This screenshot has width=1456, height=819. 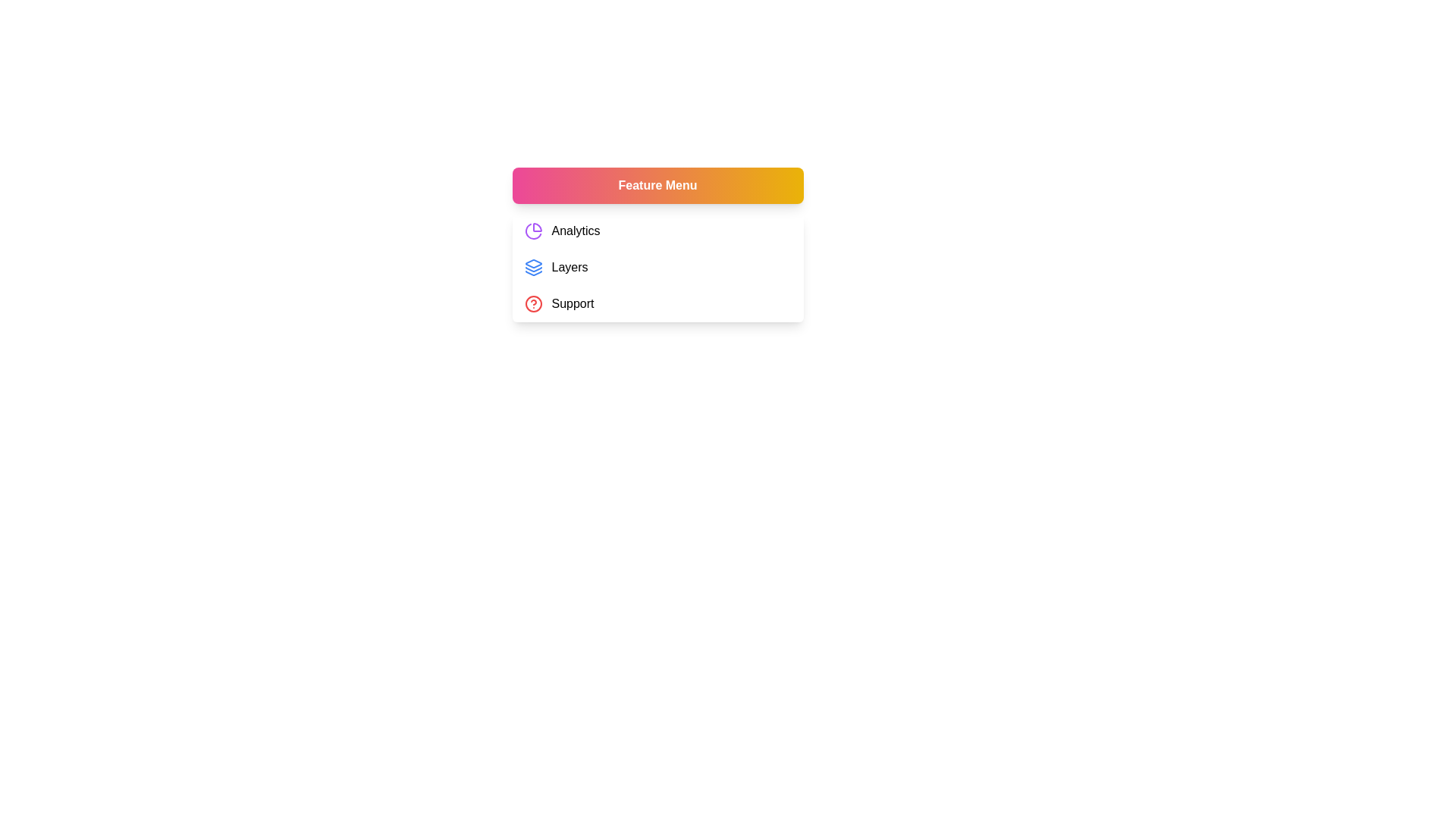 I want to click on the 'Support' option in the menu, so click(x=657, y=304).